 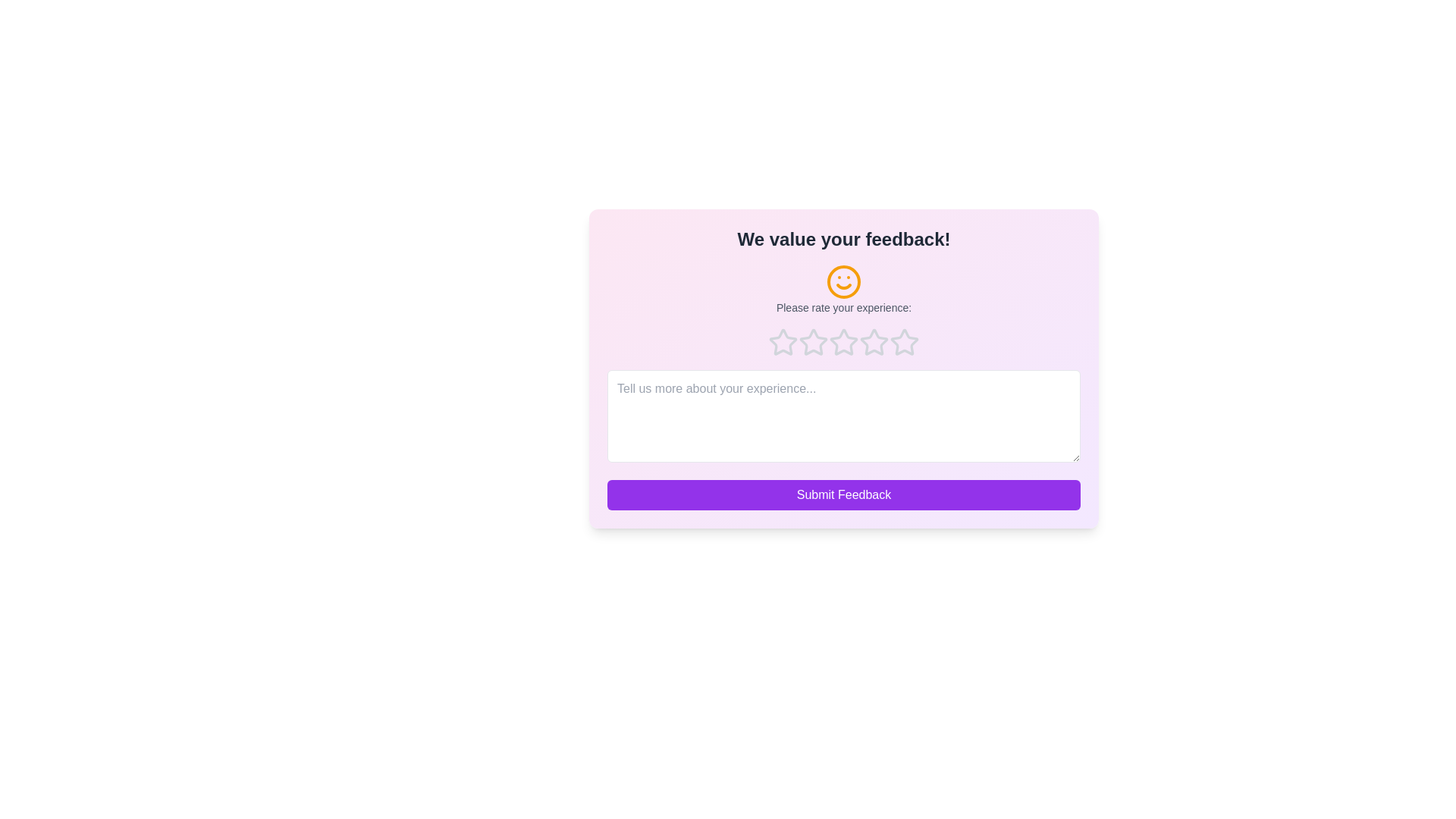 I want to click on the fourth star icon in the rating system, so click(x=874, y=342).